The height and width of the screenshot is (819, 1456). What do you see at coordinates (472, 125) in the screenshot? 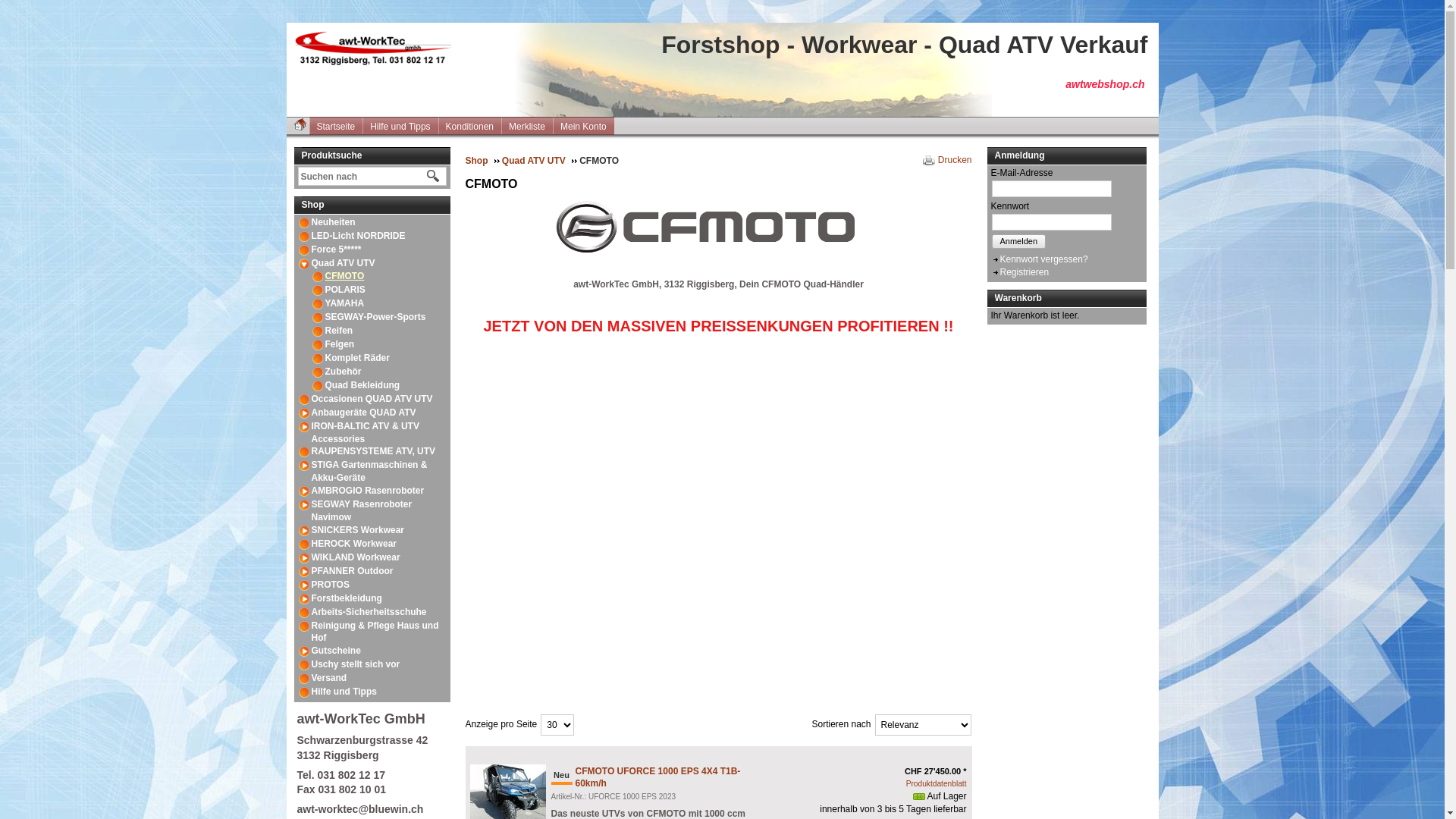
I see `'Konditionen'` at bounding box center [472, 125].